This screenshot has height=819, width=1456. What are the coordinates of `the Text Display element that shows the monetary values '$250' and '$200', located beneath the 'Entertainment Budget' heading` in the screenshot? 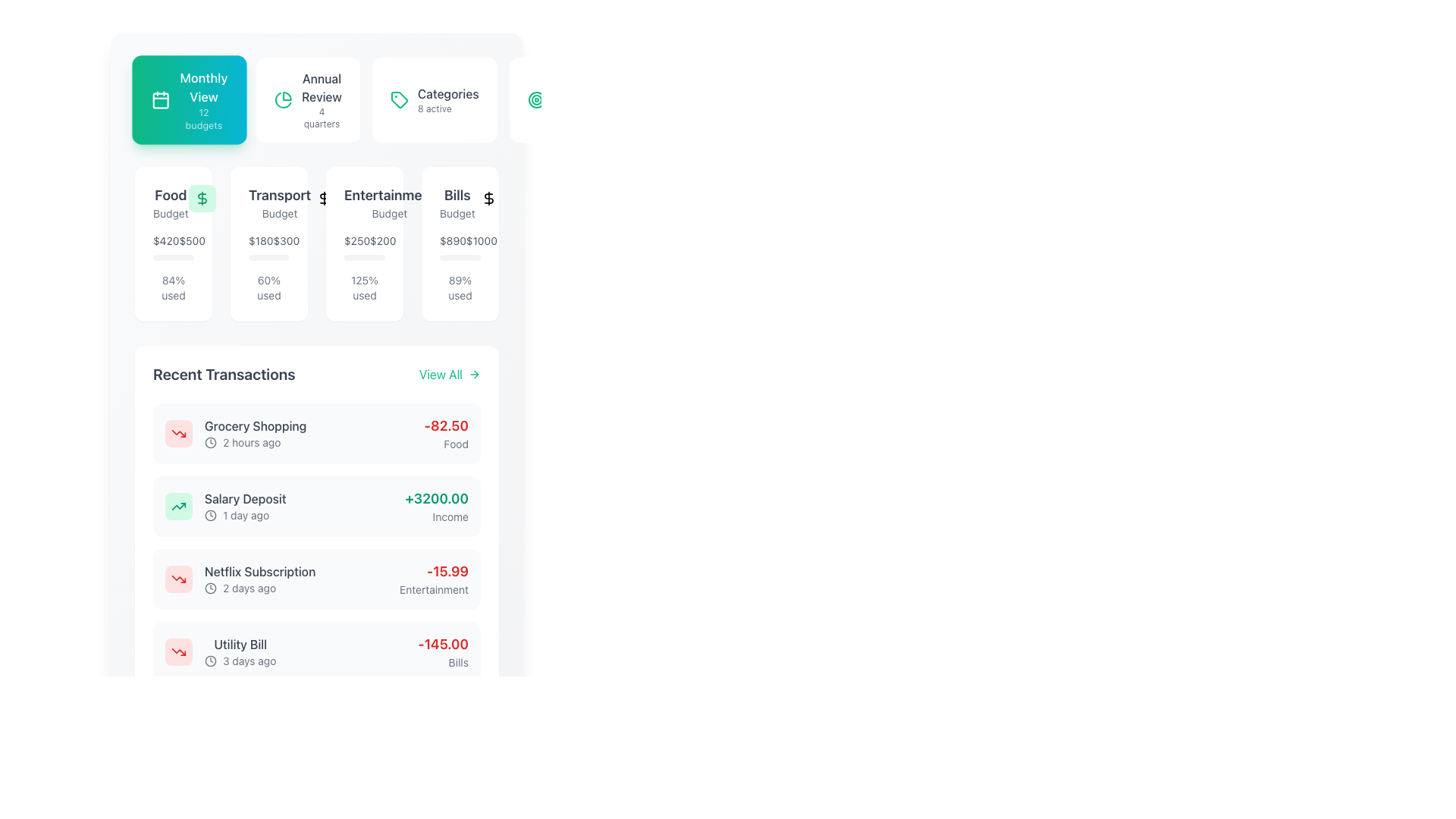 It's located at (364, 240).